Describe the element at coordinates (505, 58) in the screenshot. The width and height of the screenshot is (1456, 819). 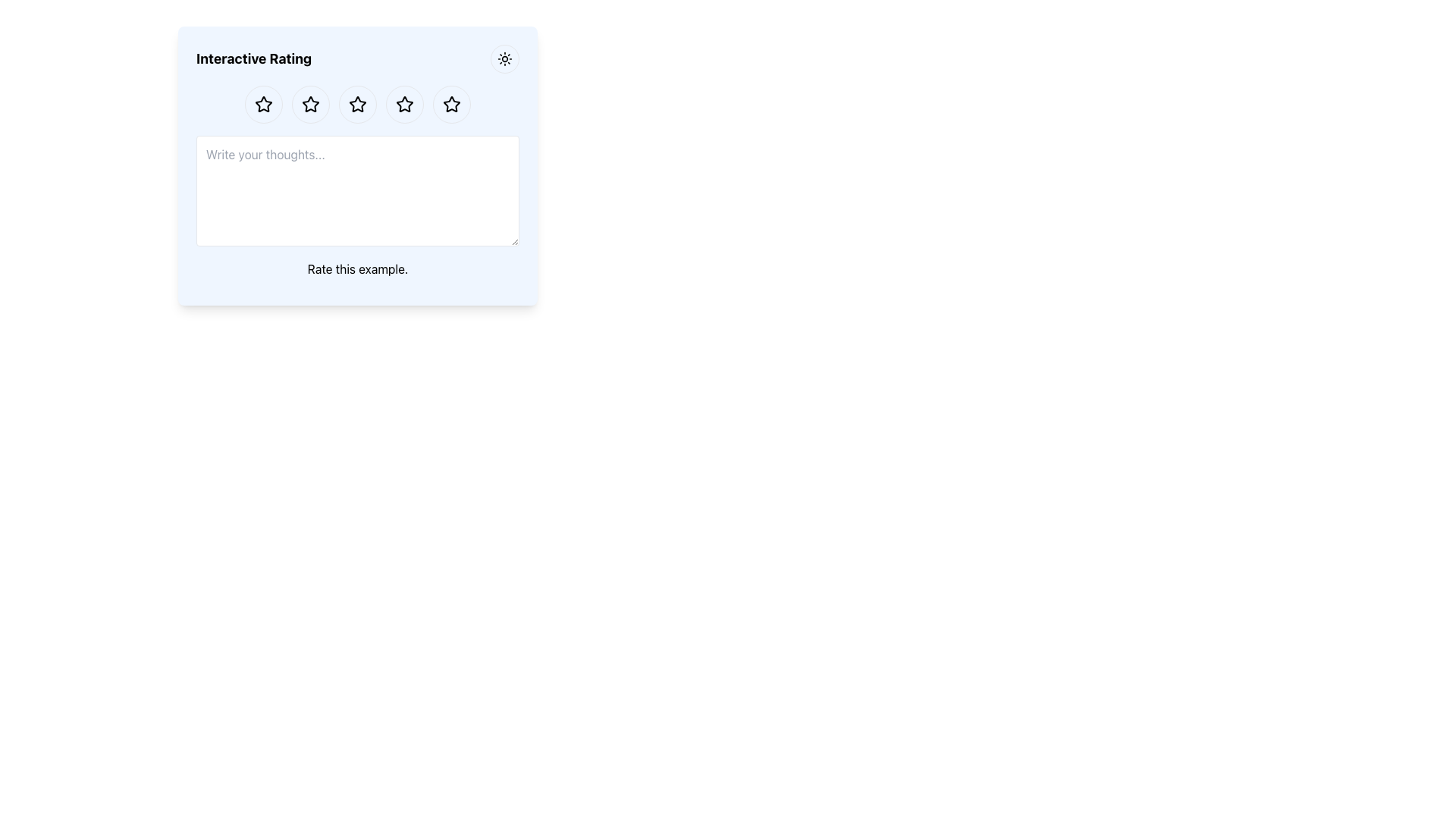
I see `the sun icon button located in the top-right corner of the card section` at that location.